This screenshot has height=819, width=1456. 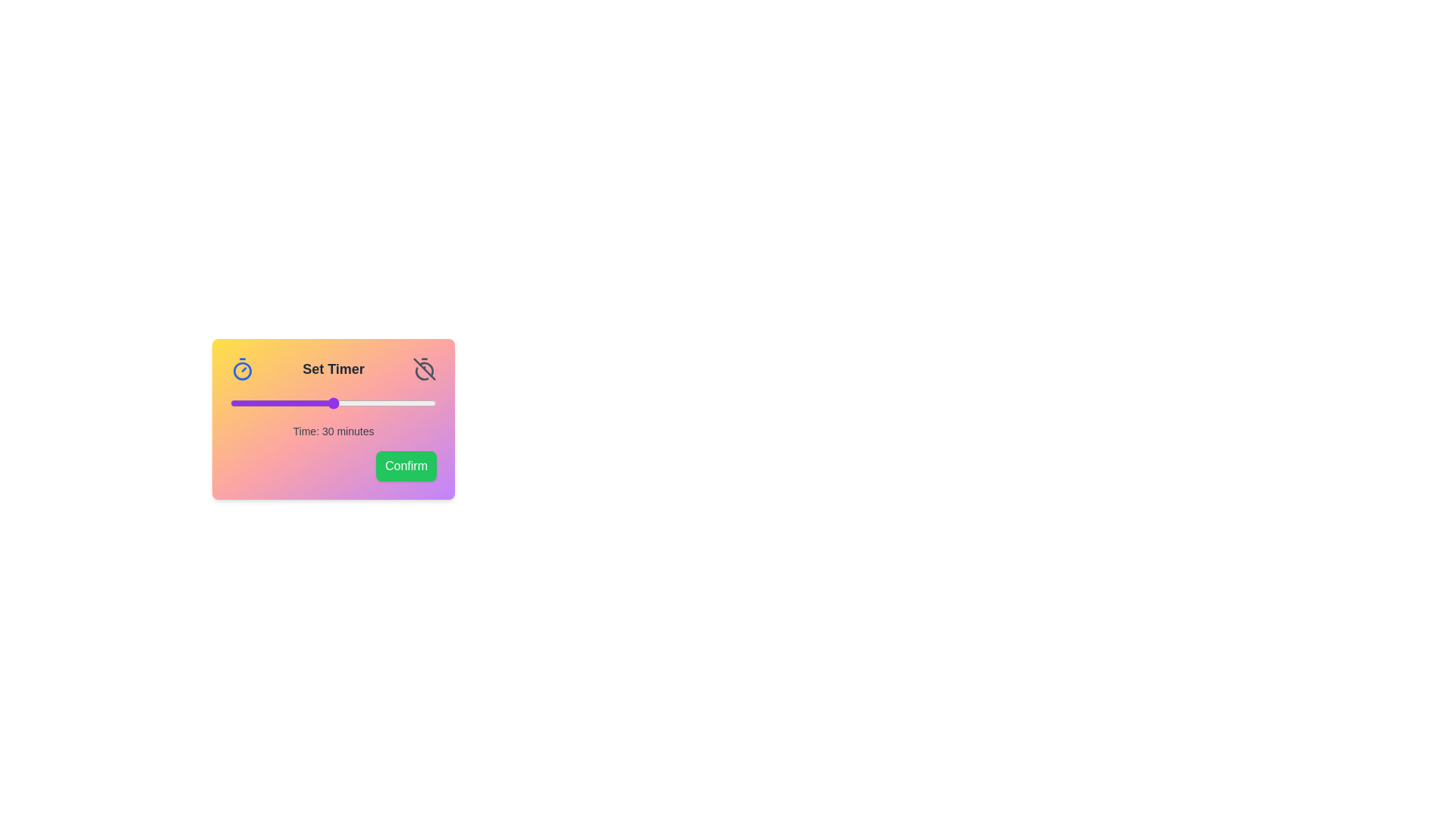 I want to click on the slider to set the timer to 15 minutes, so click(x=282, y=403).